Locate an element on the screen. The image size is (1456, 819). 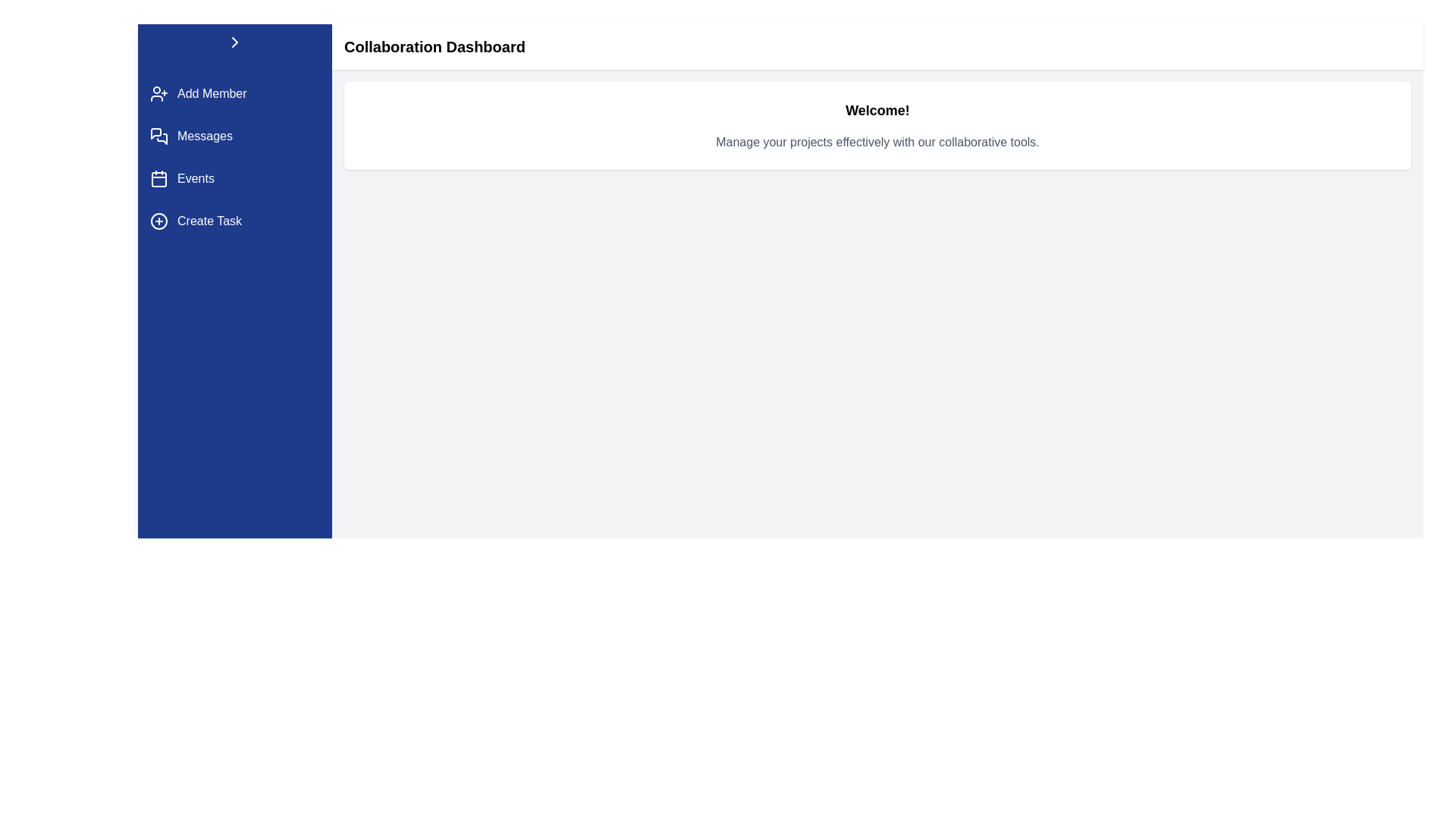
the 'Add Member' button in the sidebar is located at coordinates (234, 93).